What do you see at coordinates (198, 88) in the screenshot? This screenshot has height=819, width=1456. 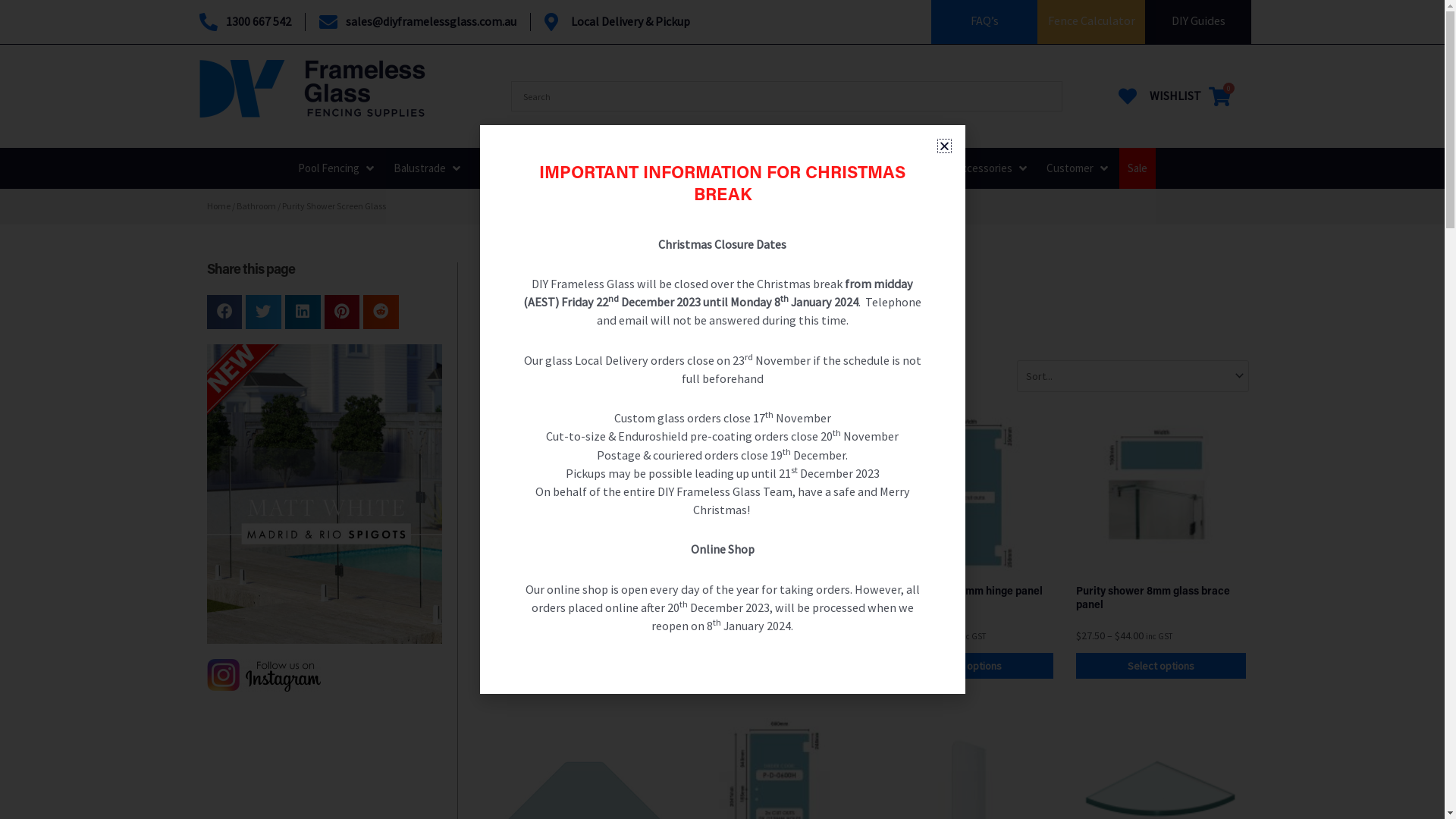 I see `'DIY Frameless Glass | Fencing Supplies Australia'` at bounding box center [198, 88].